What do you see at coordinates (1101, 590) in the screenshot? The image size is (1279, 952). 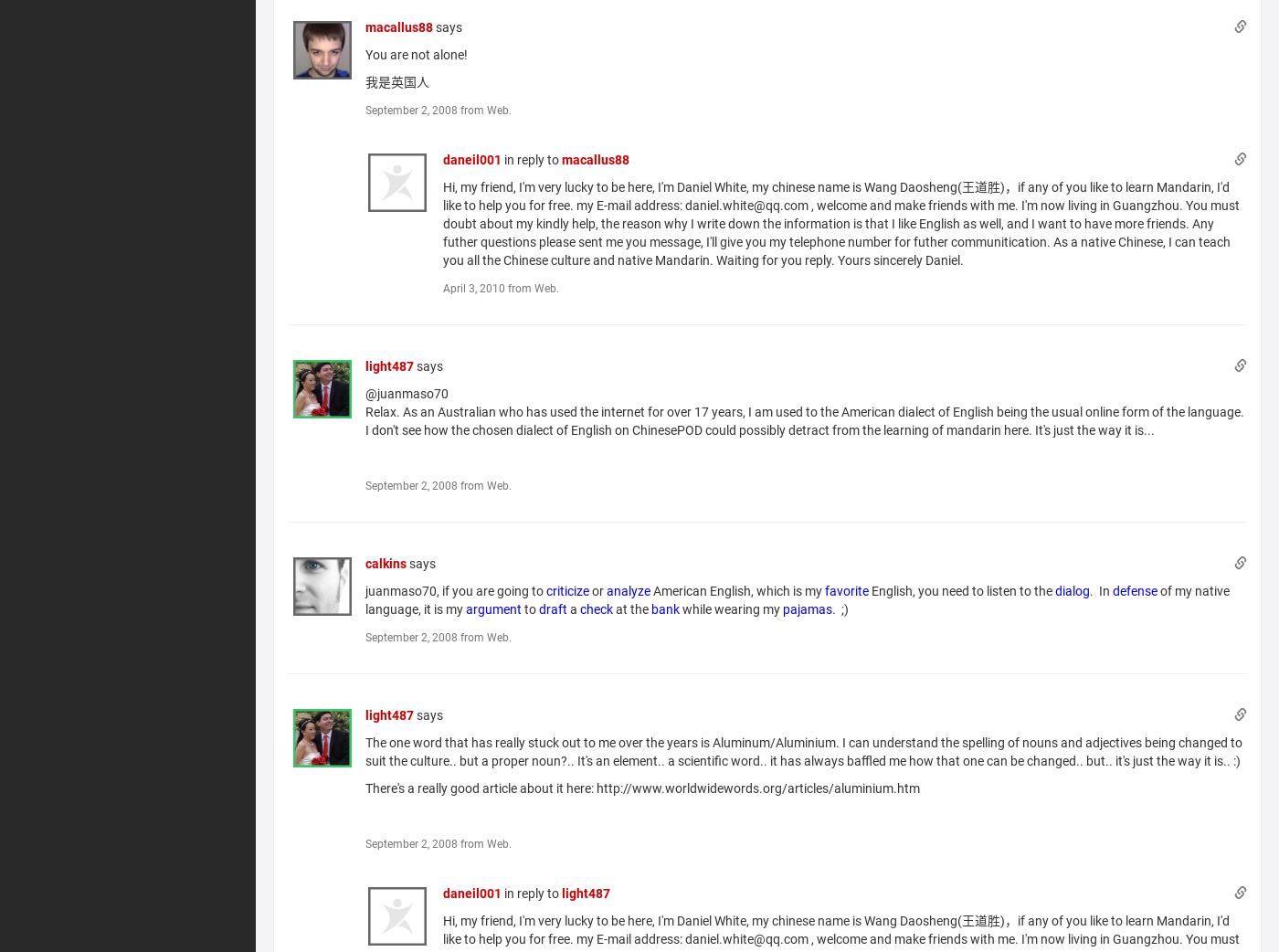 I see `'.  In'` at bounding box center [1101, 590].